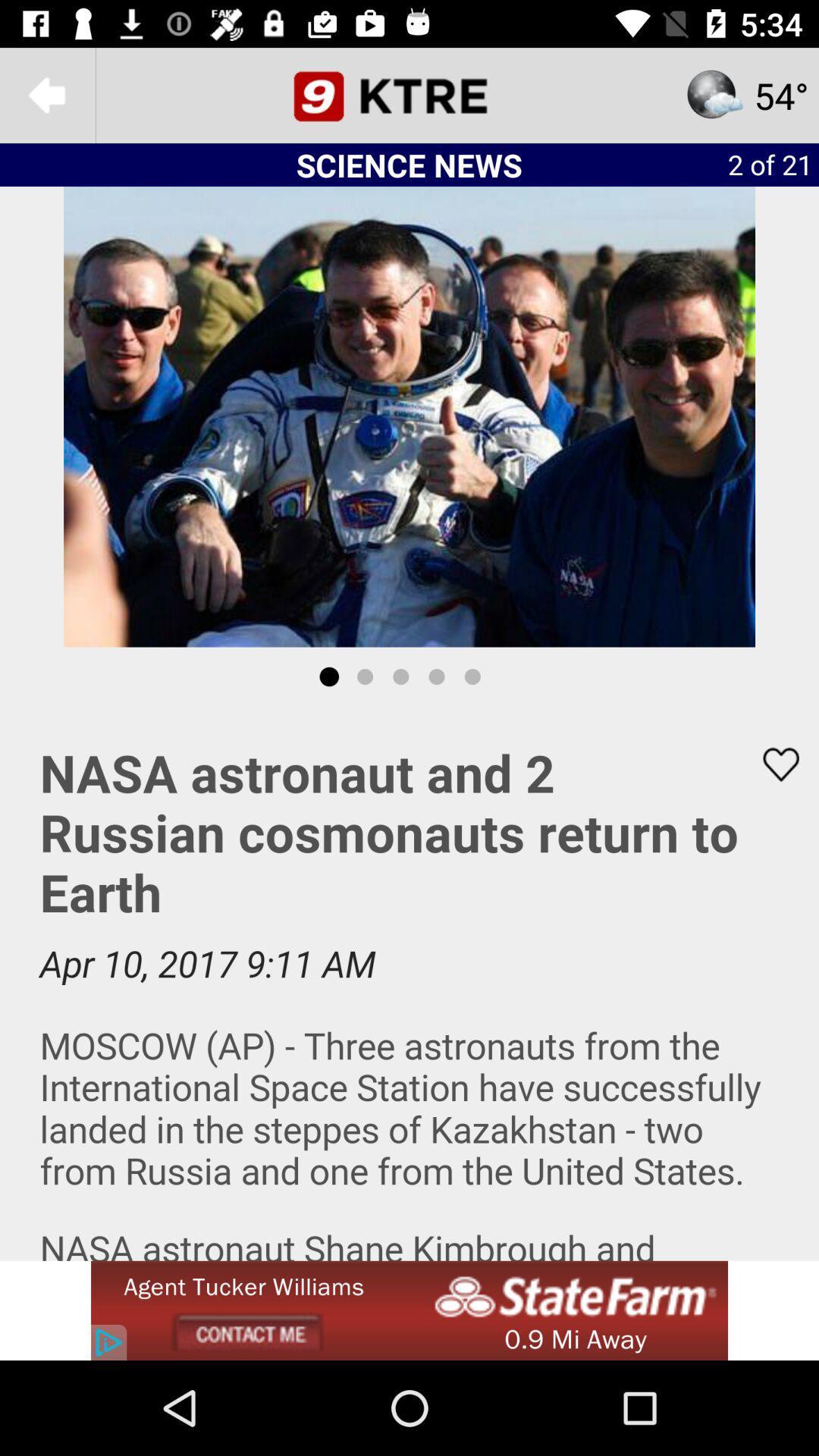 Image resolution: width=819 pixels, height=1456 pixels. I want to click on the date_range icon, so click(409, 94).